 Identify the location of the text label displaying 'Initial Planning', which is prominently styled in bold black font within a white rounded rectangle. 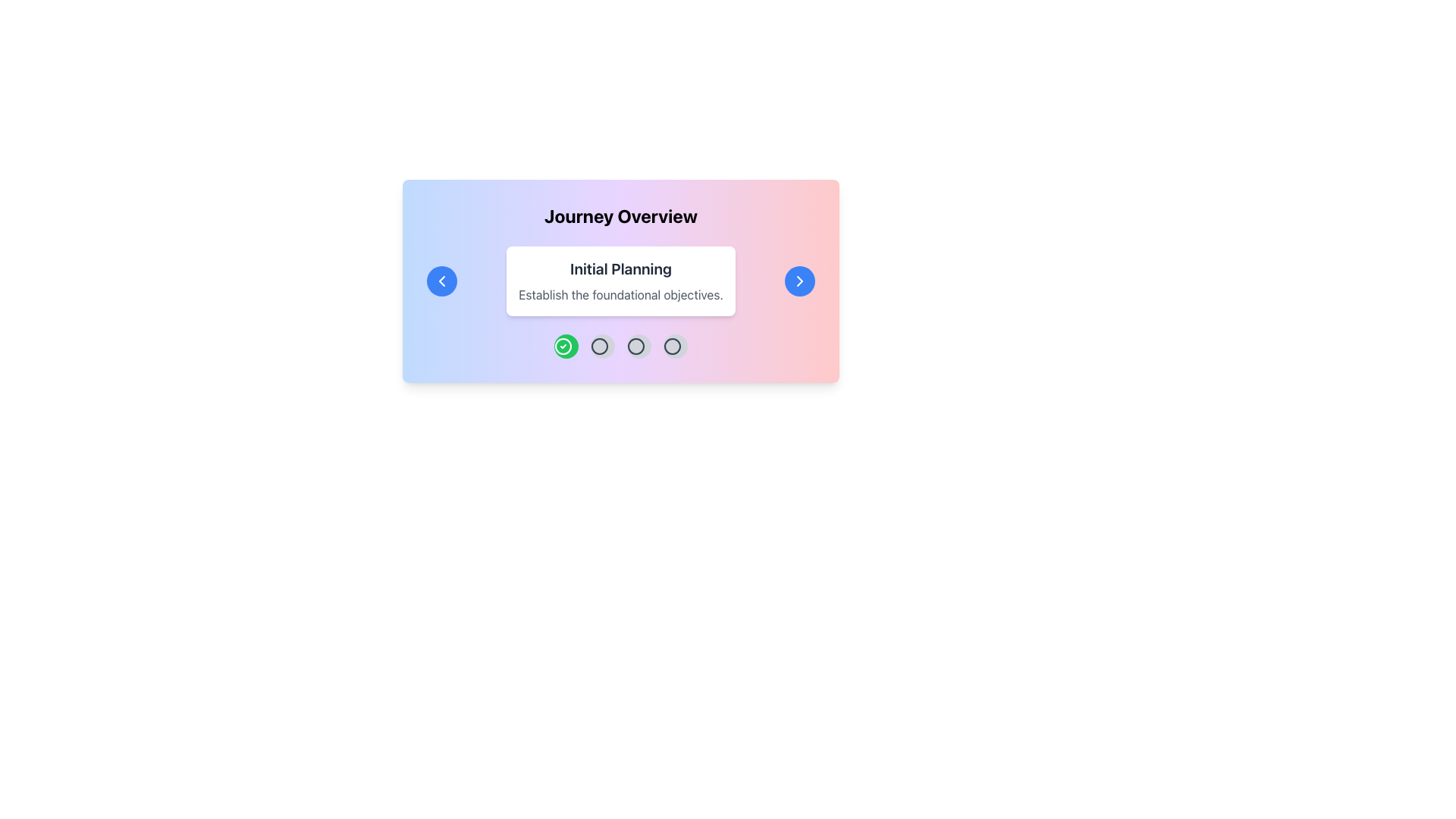
(621, 268).